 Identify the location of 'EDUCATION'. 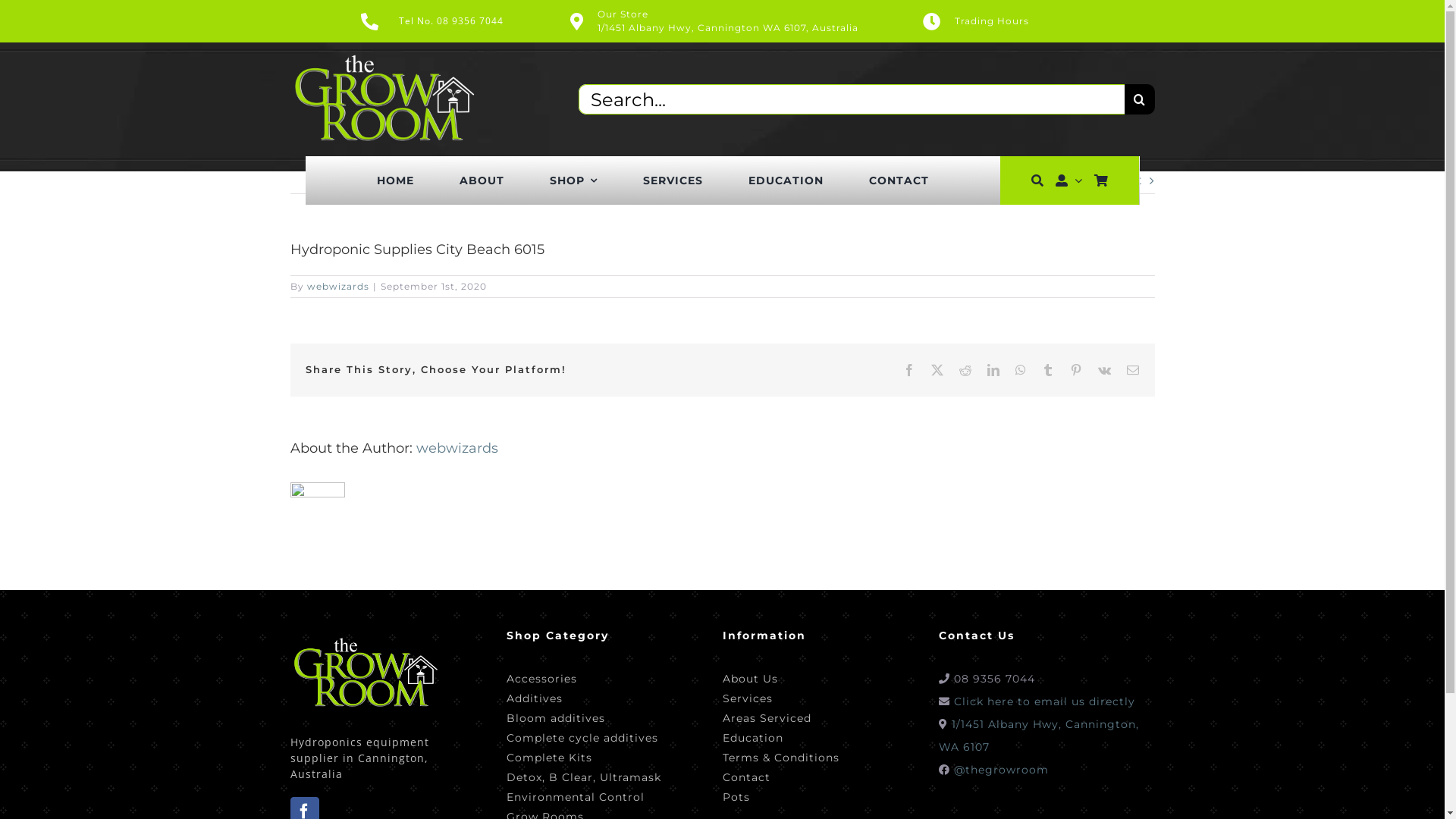
(786, 180).